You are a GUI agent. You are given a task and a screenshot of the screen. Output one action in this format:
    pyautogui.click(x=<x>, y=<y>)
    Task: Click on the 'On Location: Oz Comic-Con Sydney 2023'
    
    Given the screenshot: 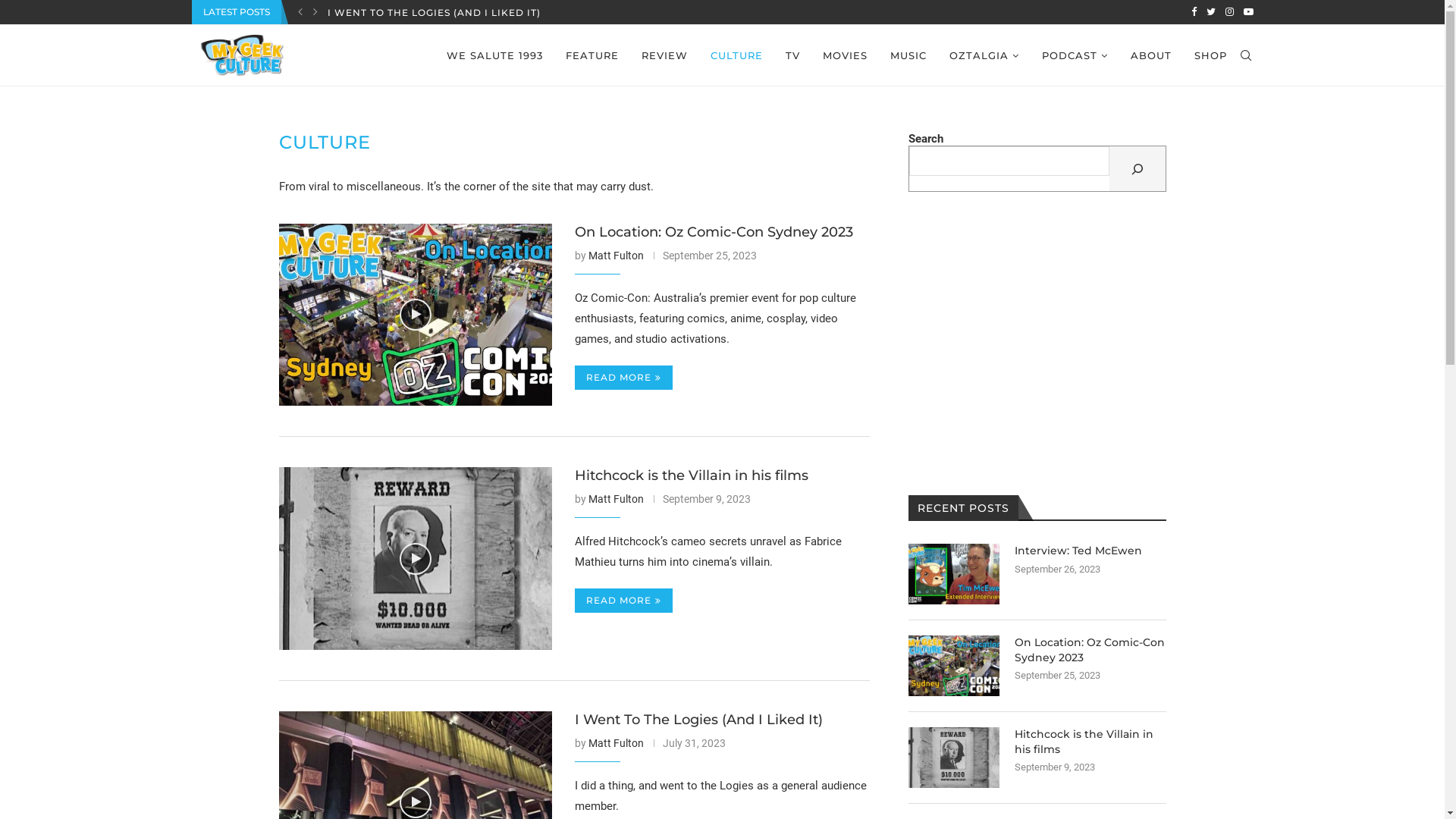 What is the action you would take?
    pyautogui.click(x=416, y=314)
    